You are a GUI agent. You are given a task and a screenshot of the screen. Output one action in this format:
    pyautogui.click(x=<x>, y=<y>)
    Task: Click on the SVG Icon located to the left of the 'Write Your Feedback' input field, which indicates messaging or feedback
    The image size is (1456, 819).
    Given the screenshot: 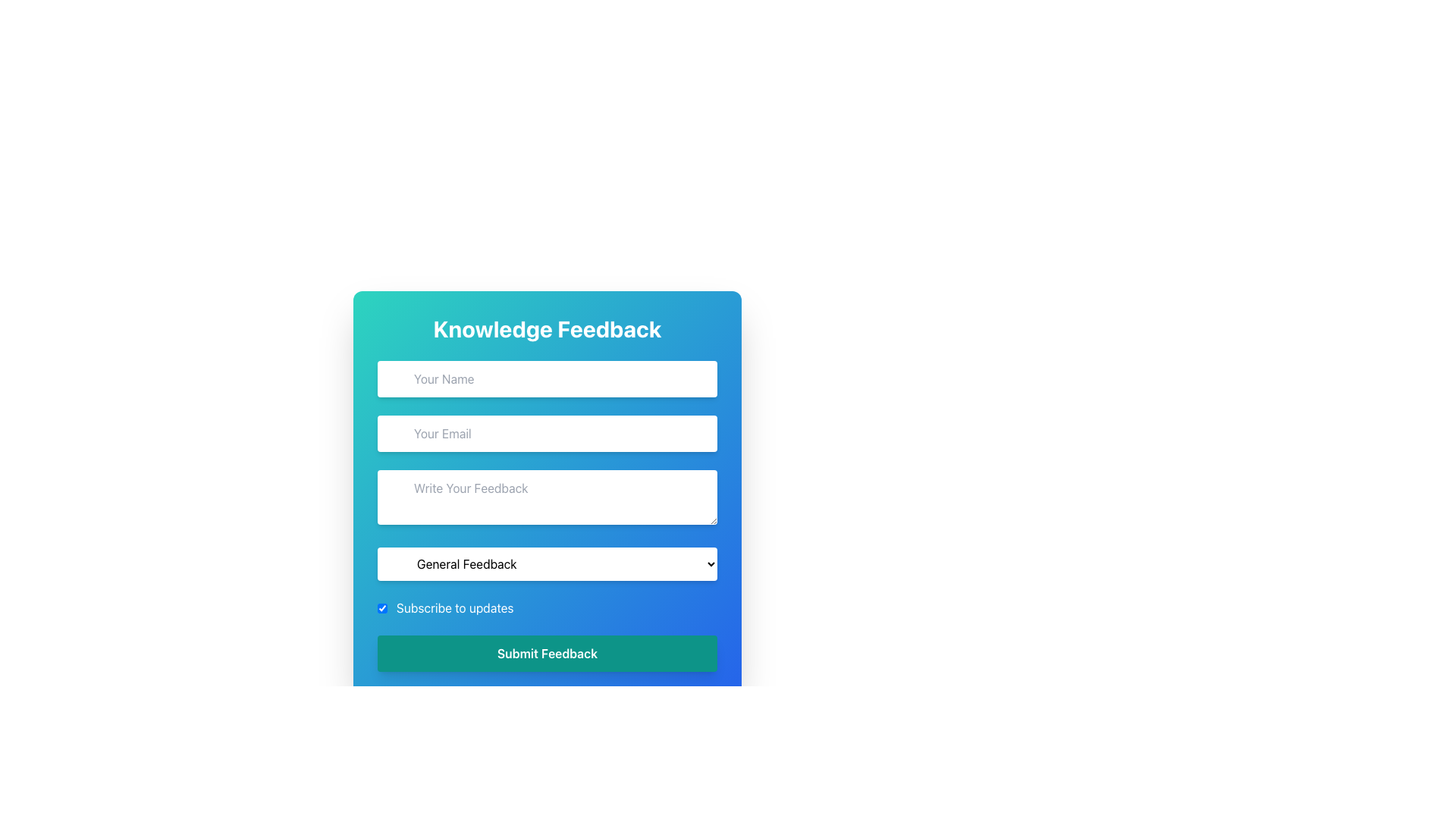 What is the action you would take?
    pyautogui.click(x=394, y=483)
    